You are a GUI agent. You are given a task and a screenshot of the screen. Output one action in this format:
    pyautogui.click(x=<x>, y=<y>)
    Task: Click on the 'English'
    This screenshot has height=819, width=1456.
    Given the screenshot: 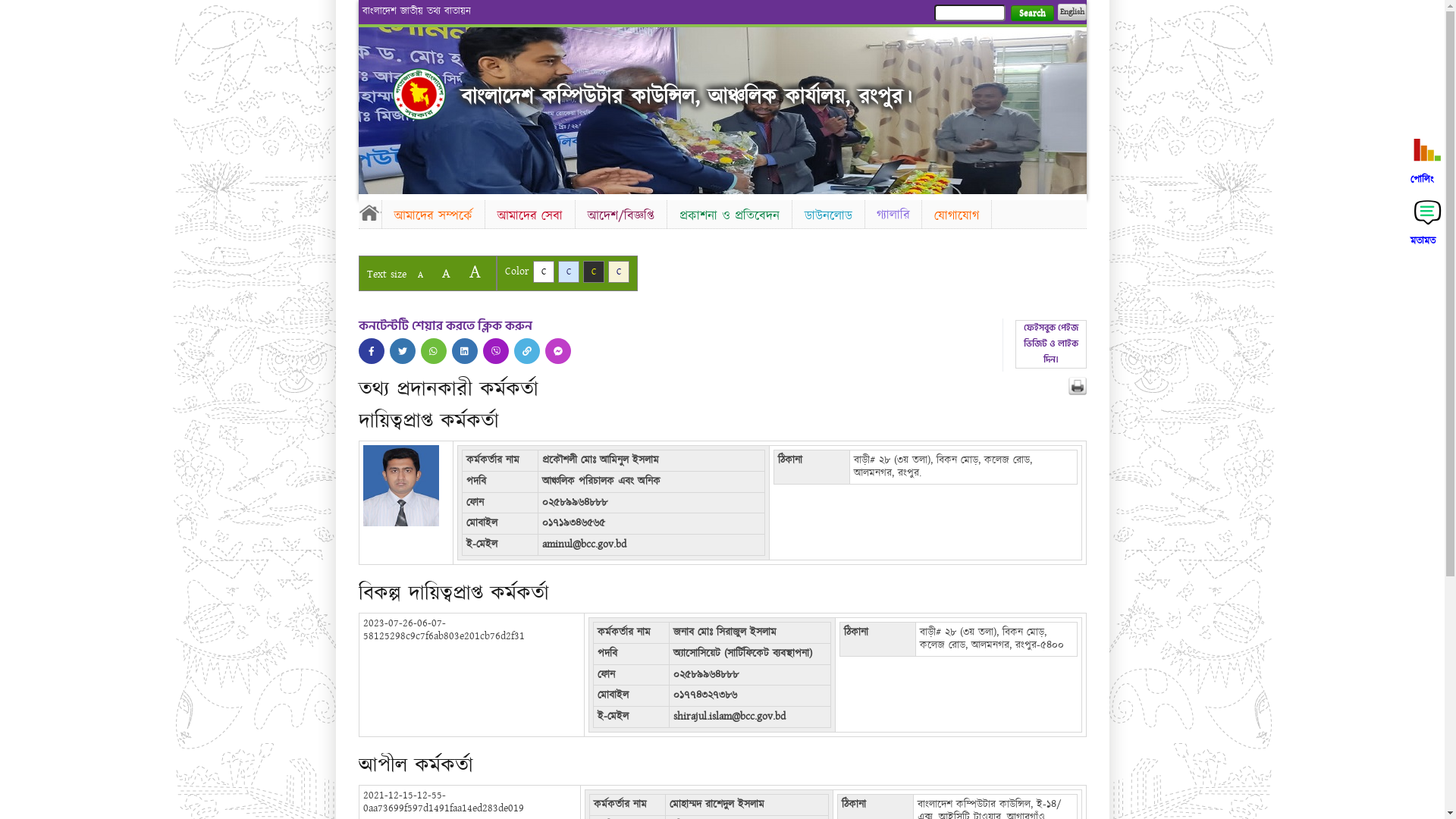 What is the action you would take?
    pyautogui.click(x=1070, y=11)
    